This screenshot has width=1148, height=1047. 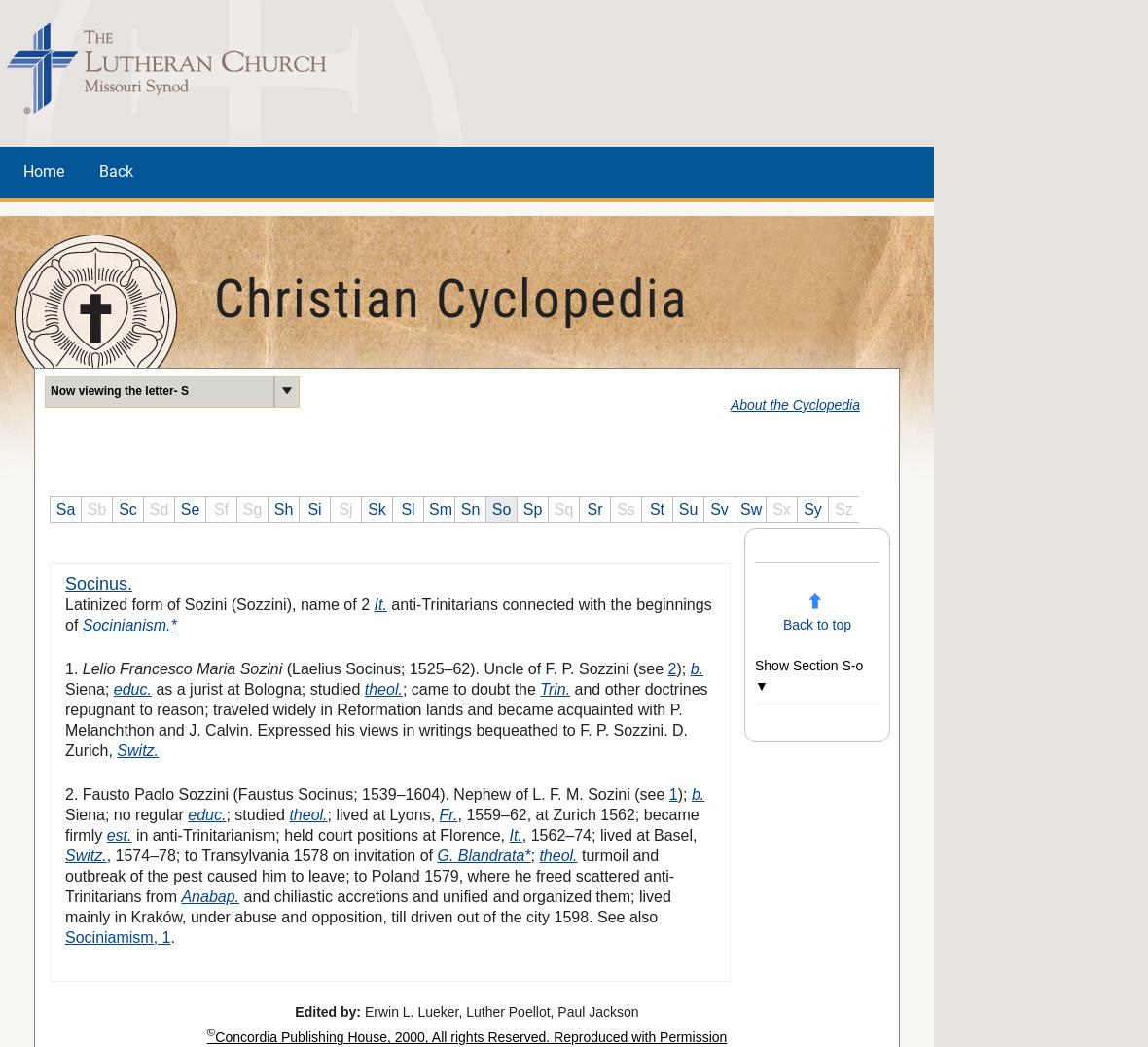 What do you see at coordinates (64, 583) in the screenshot?
I see `'Socinus.'` at bounding box center [64, 583].